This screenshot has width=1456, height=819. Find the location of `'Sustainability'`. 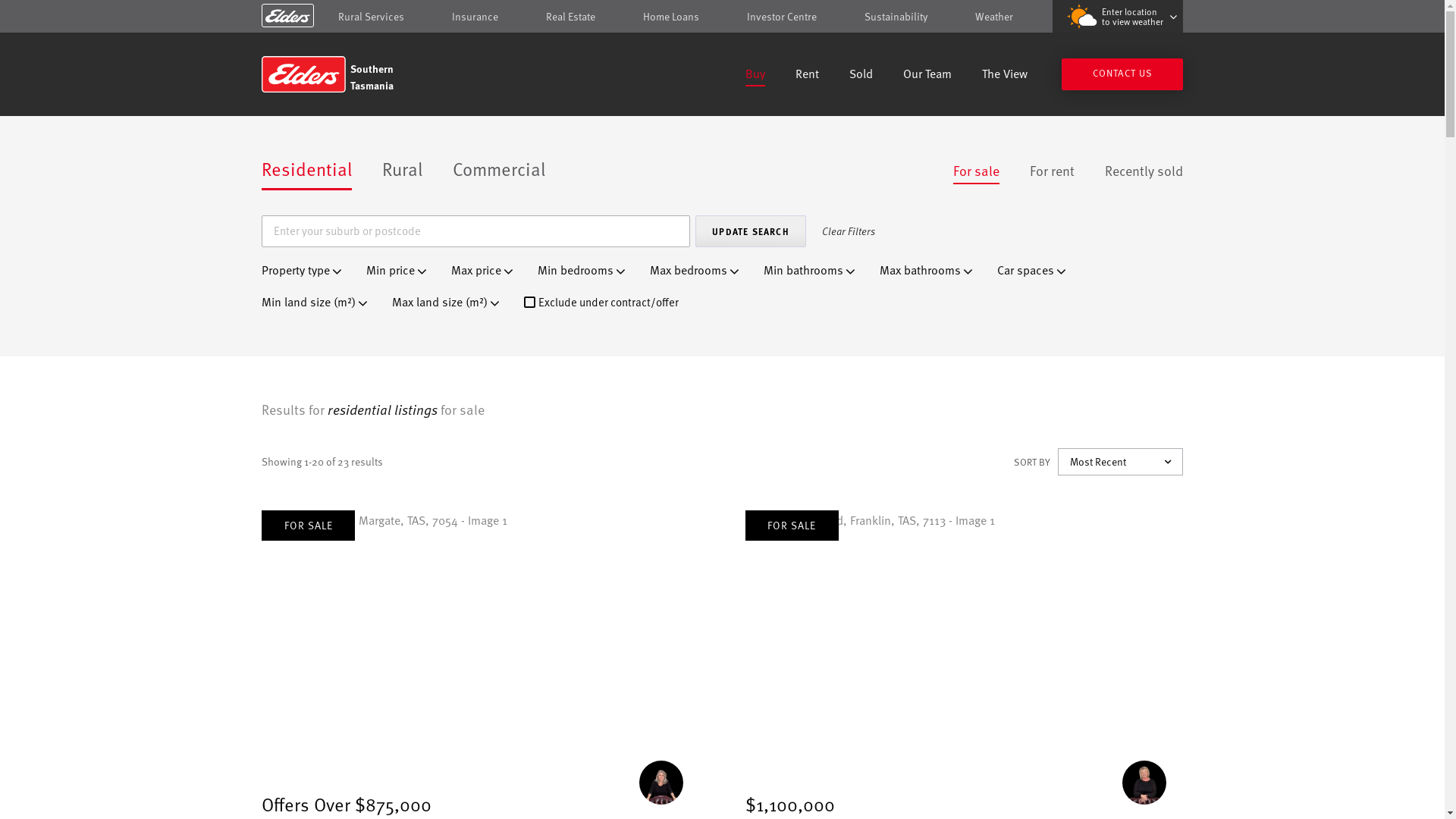

'Sustainability' is located at coordinates (896, 16).